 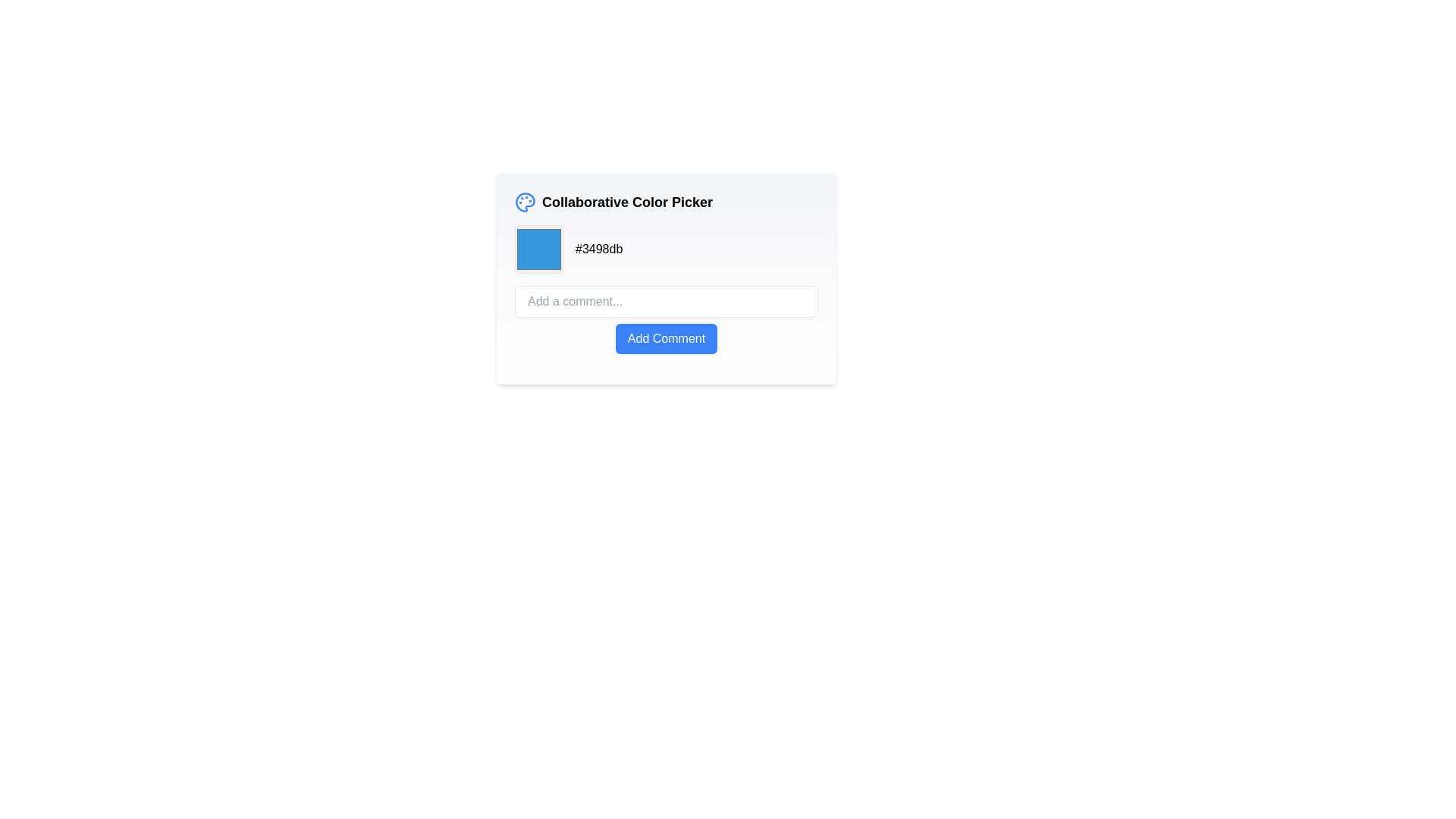 What do you see at coordinates (666, 248) in the screenshot?
I see `the Color Picker Display` at bounding box center [666, 248].